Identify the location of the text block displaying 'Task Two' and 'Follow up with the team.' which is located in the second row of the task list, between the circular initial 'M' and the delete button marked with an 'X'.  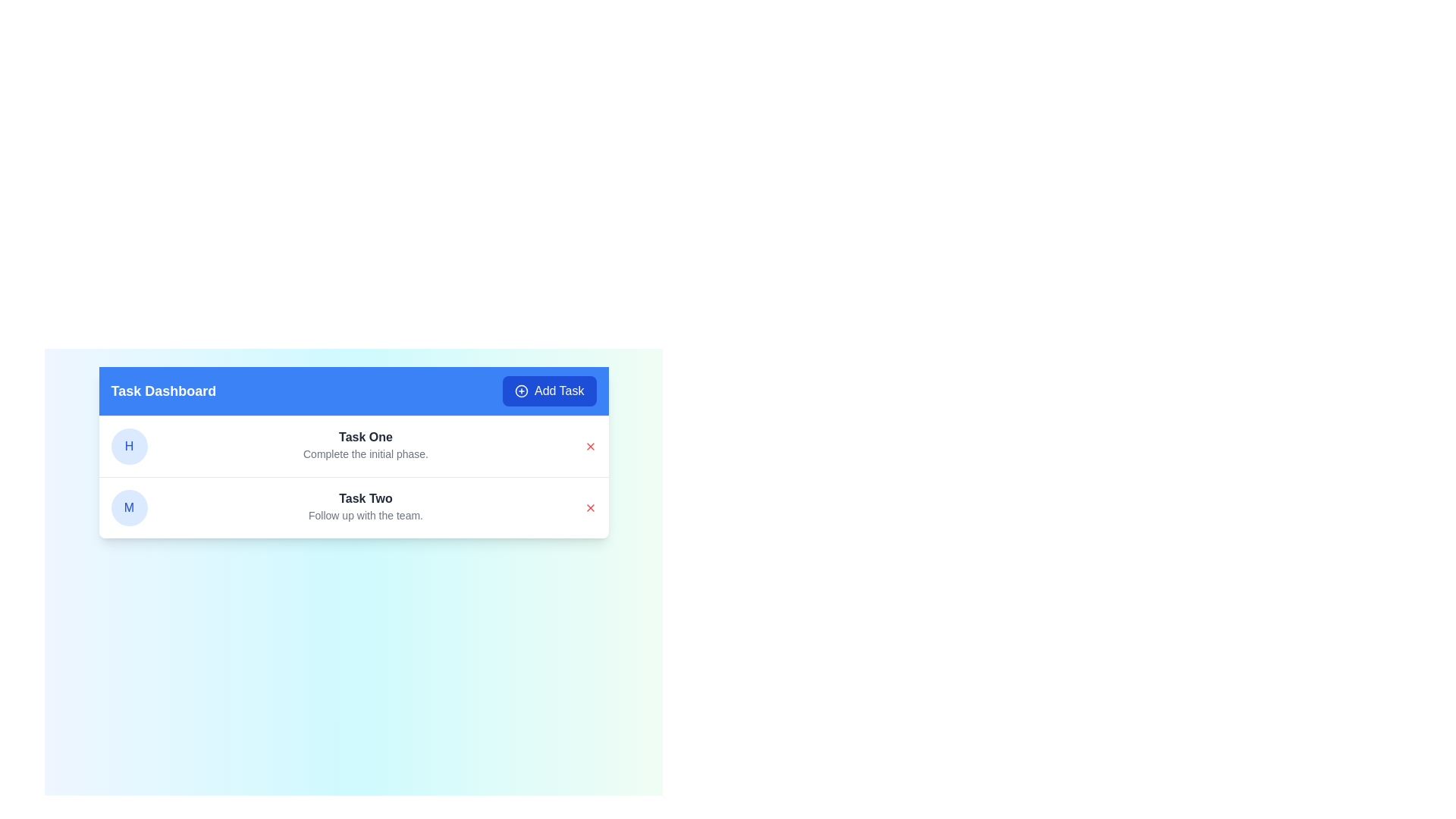
(366, 508).